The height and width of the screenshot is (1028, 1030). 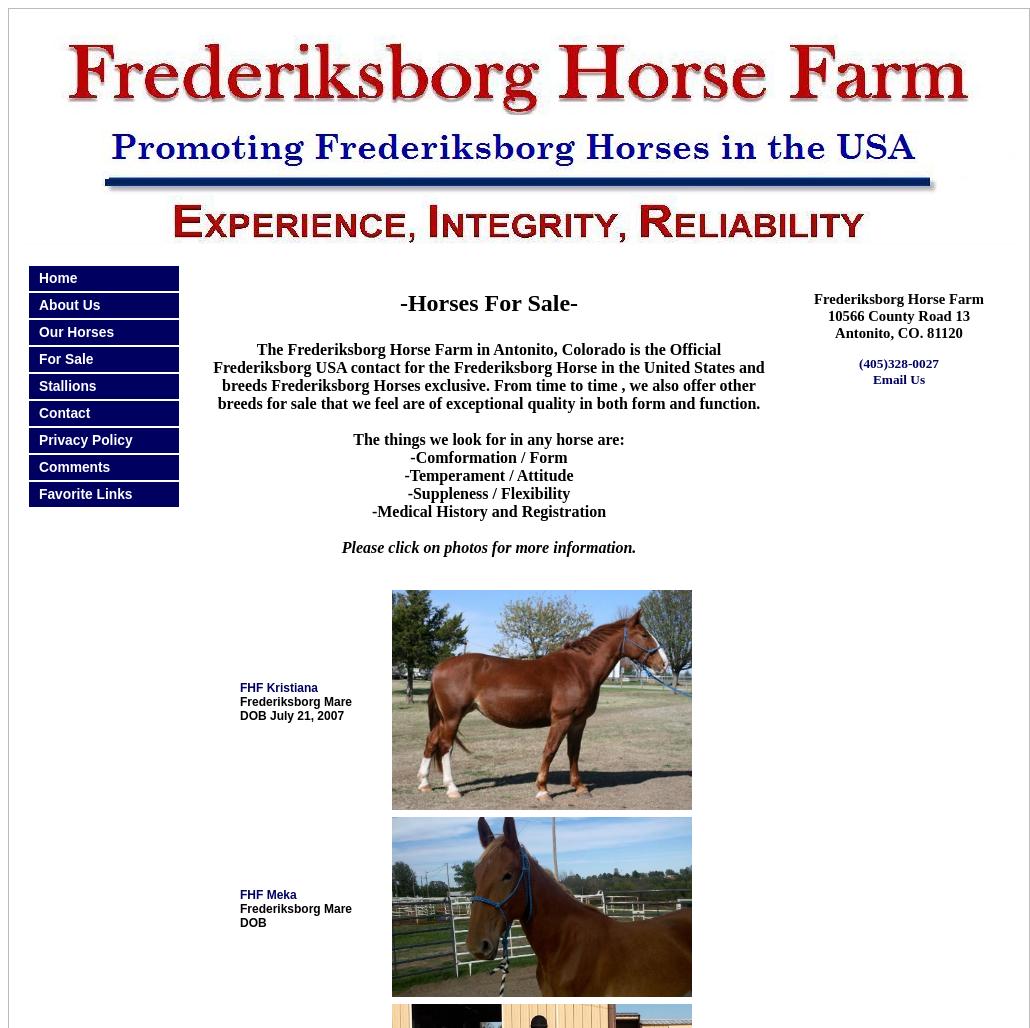 What do you see at coordinates (898, 362) in the screenshot?
I see `'(405)328-0027'` at bounding box center [898, 362].